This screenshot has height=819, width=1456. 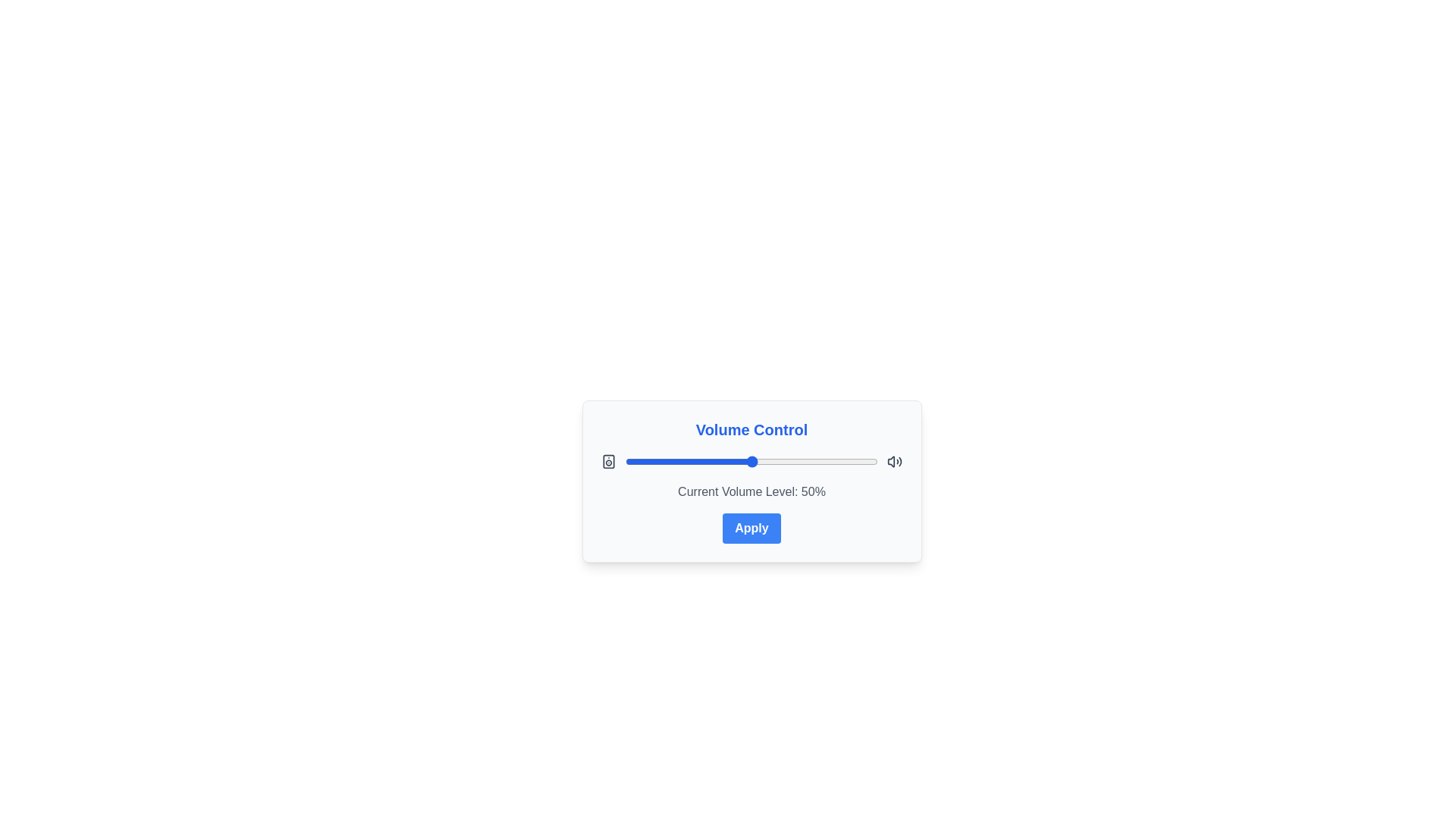 I want to click on the slider, so click(x=787, y=461).